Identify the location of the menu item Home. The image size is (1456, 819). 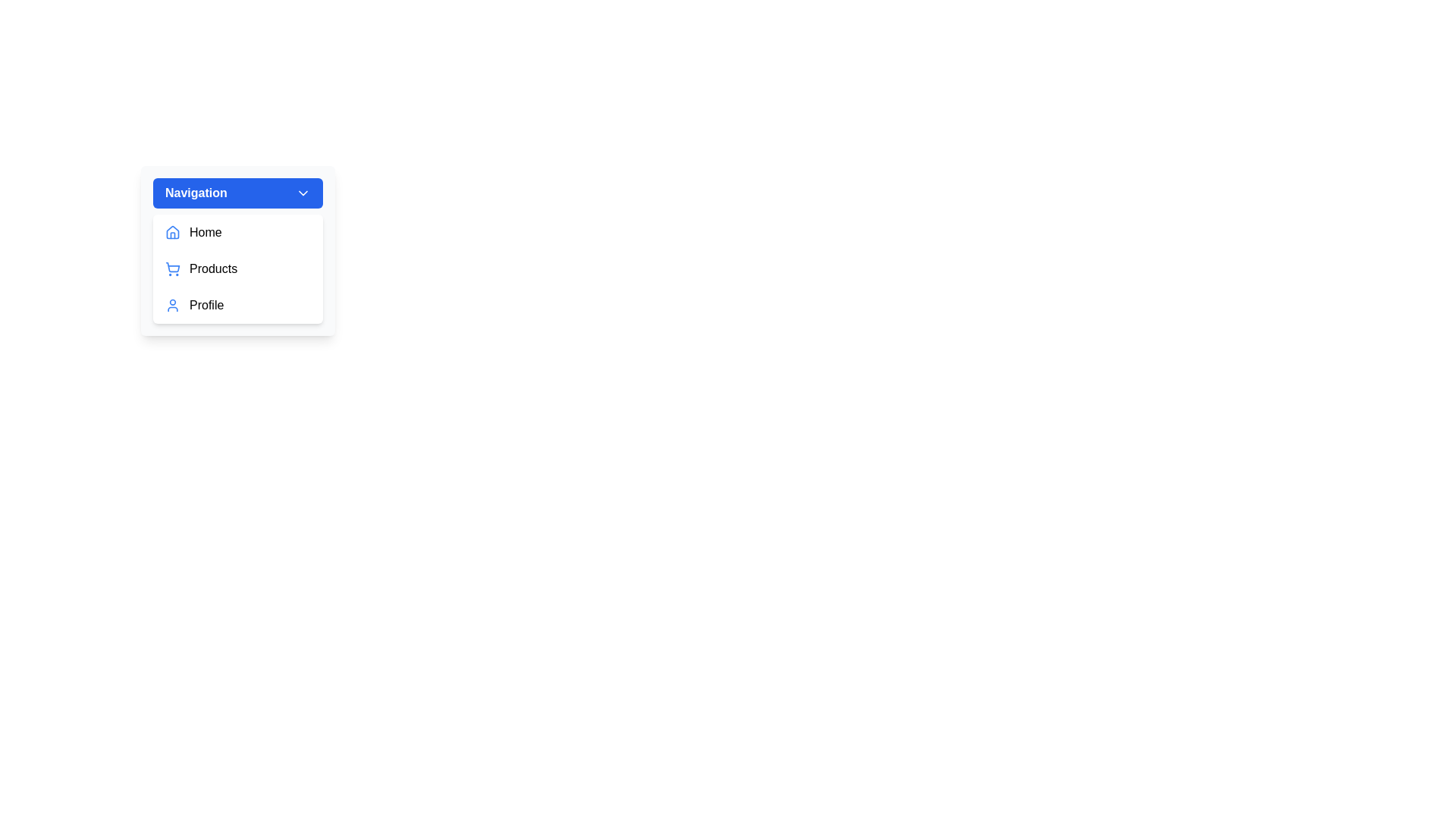
(237, 233).